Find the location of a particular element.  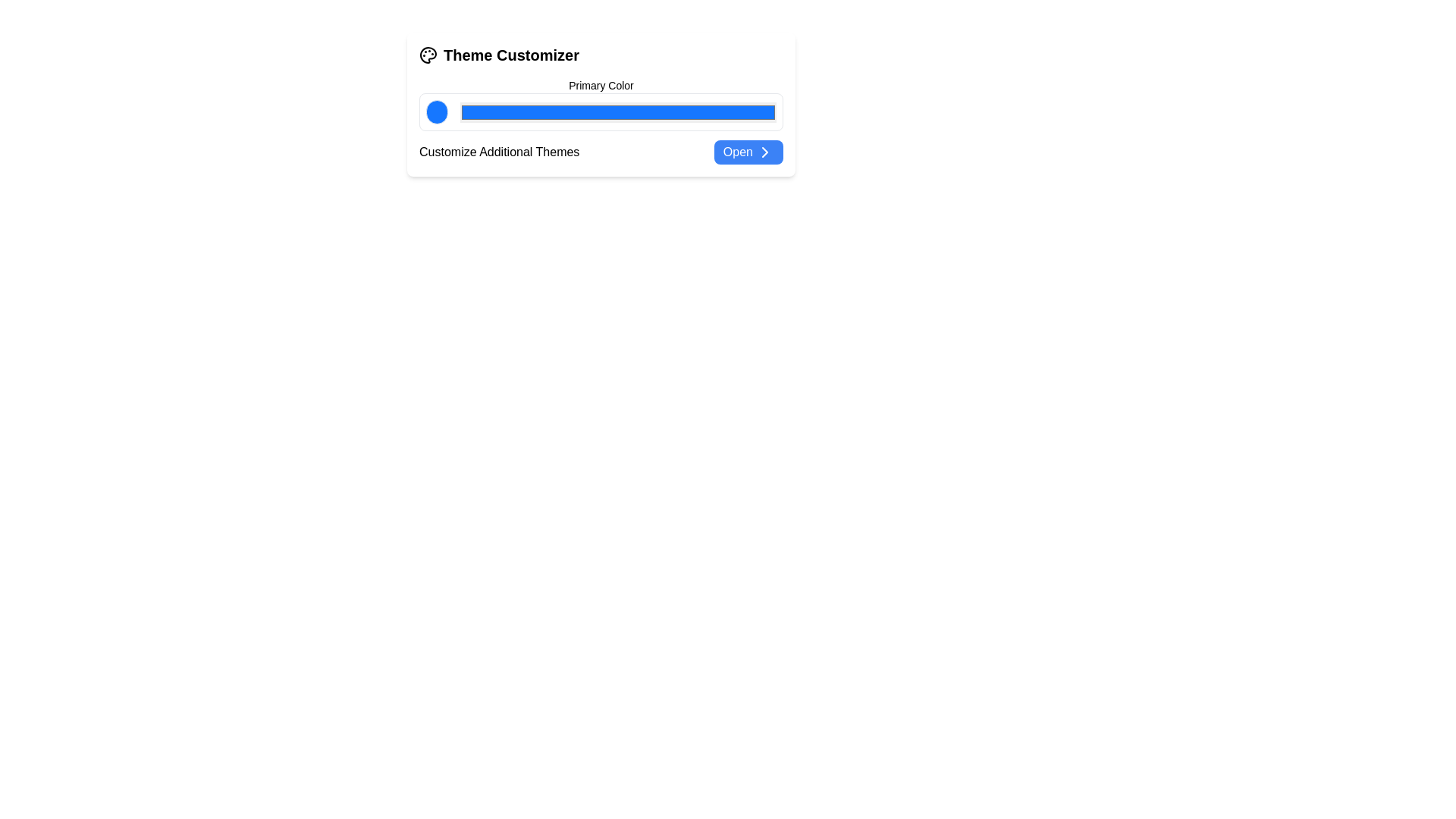

description of the Text Label that serves as a descriptor for the color picker interface, located at the top and horizontally centered above the color picker is located at coordinates (600, 85).